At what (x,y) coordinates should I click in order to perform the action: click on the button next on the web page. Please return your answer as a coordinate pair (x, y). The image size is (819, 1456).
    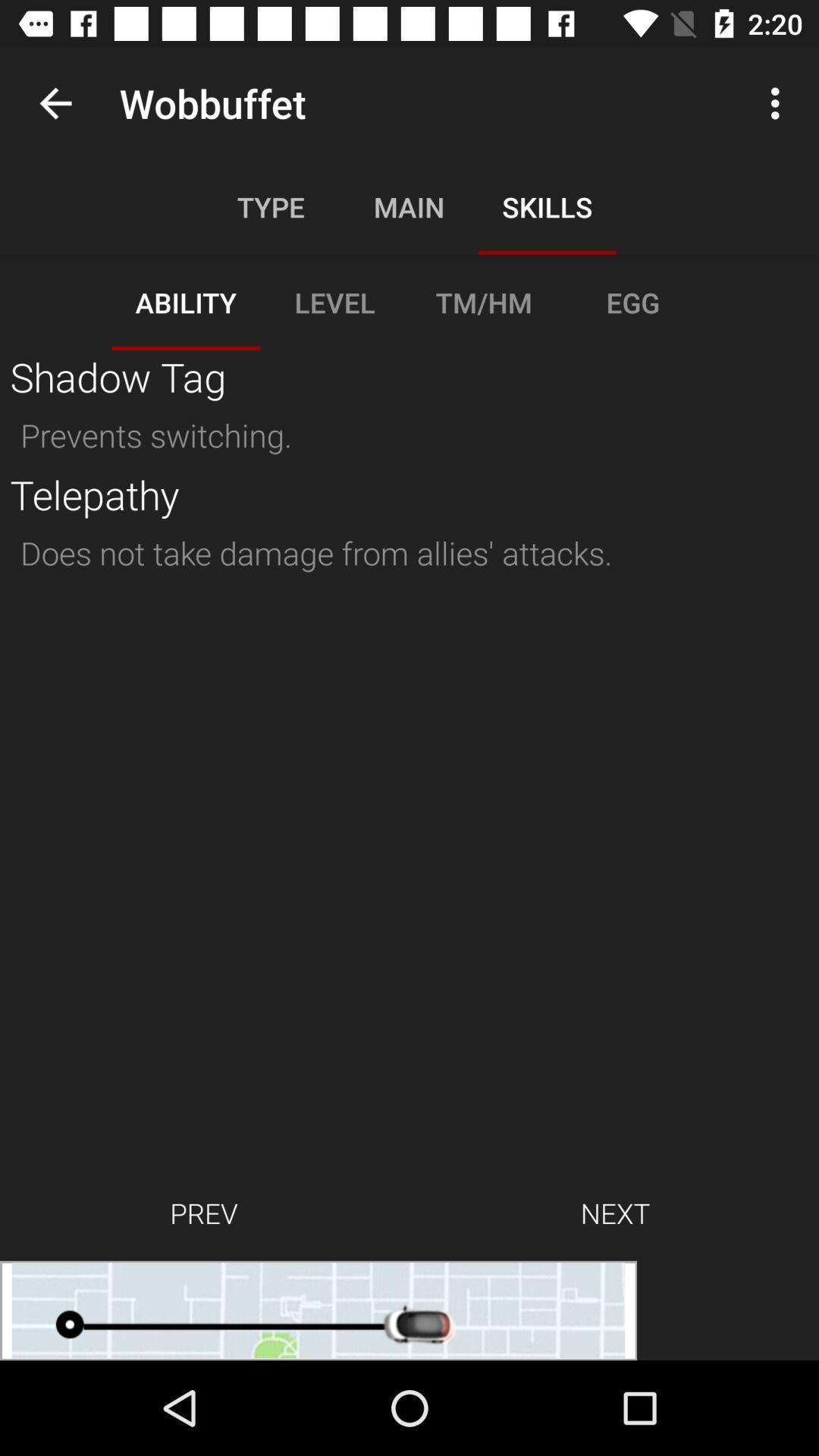
    Looking at the image, I should click on (615, 1212).